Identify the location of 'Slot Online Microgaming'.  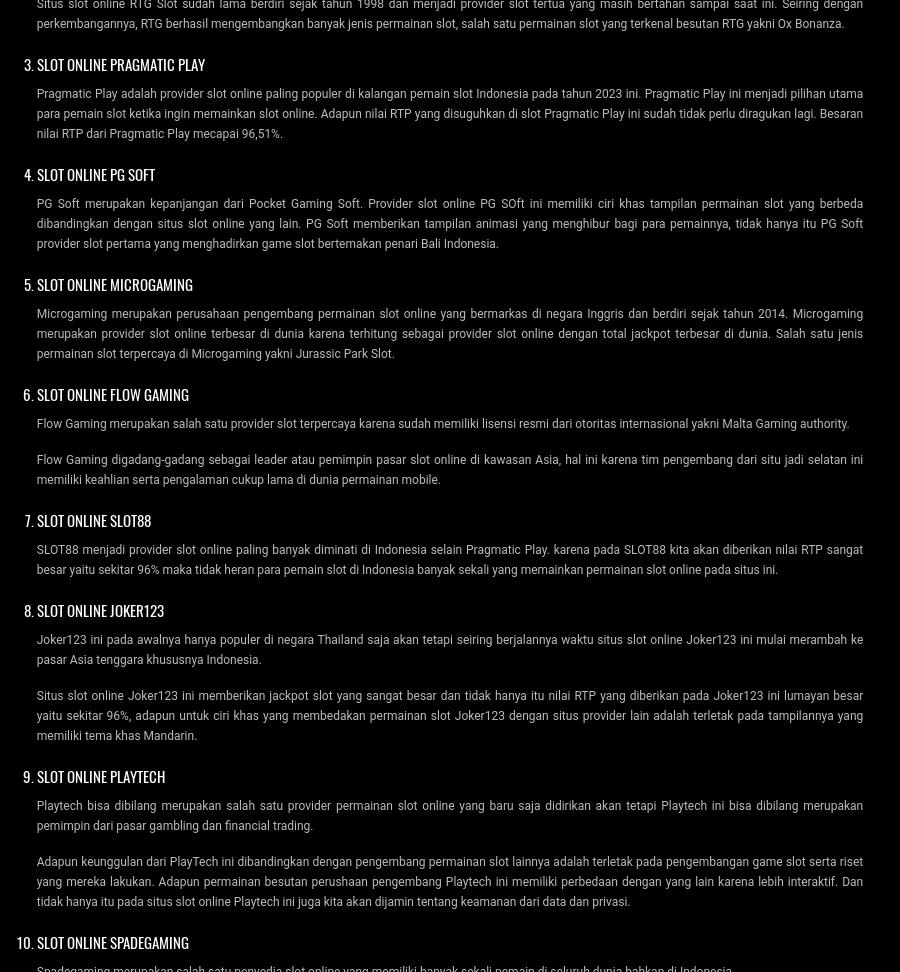
(114, 283).